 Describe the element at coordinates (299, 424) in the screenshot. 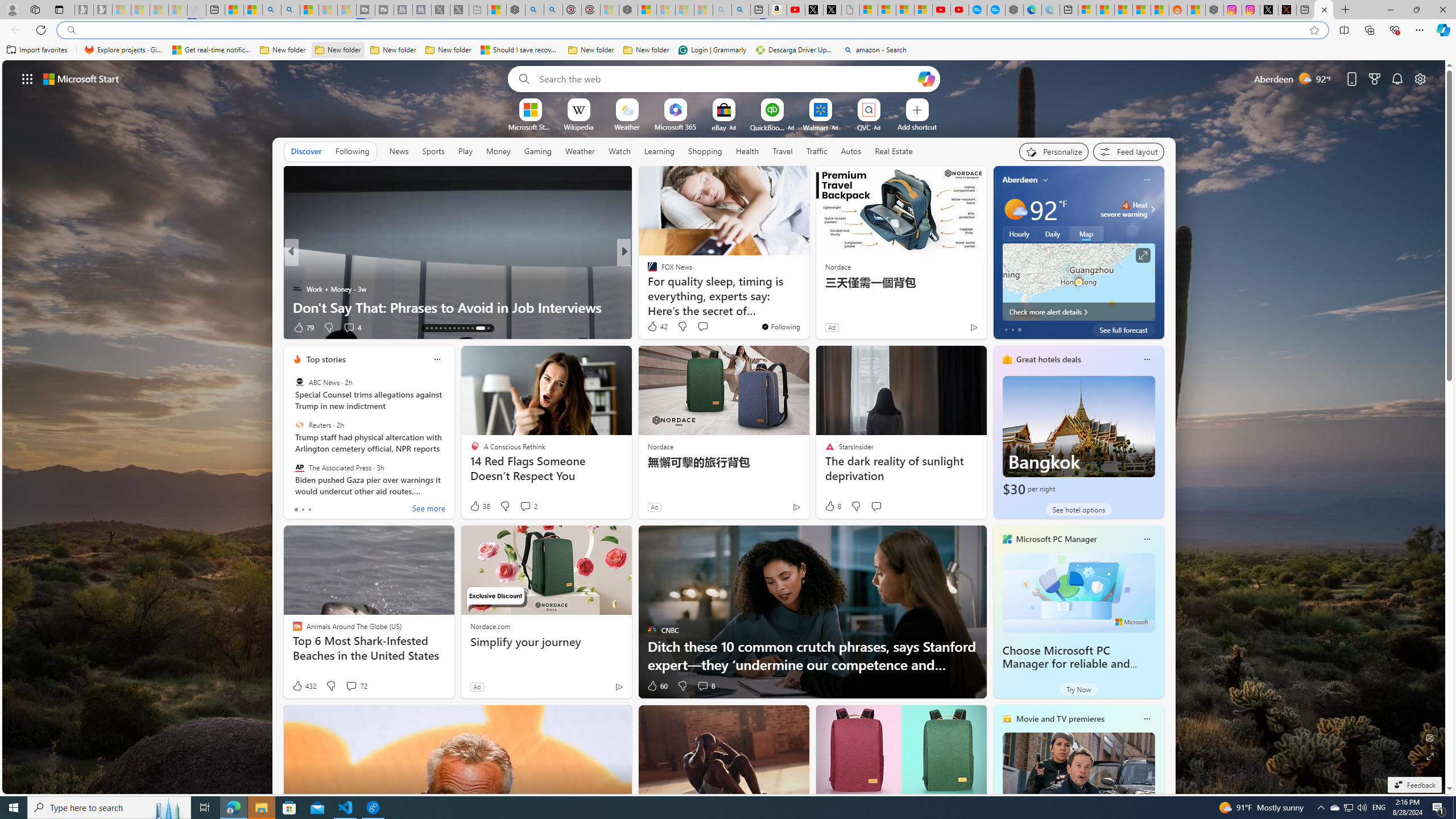

I see `'Reuters'` at that location.